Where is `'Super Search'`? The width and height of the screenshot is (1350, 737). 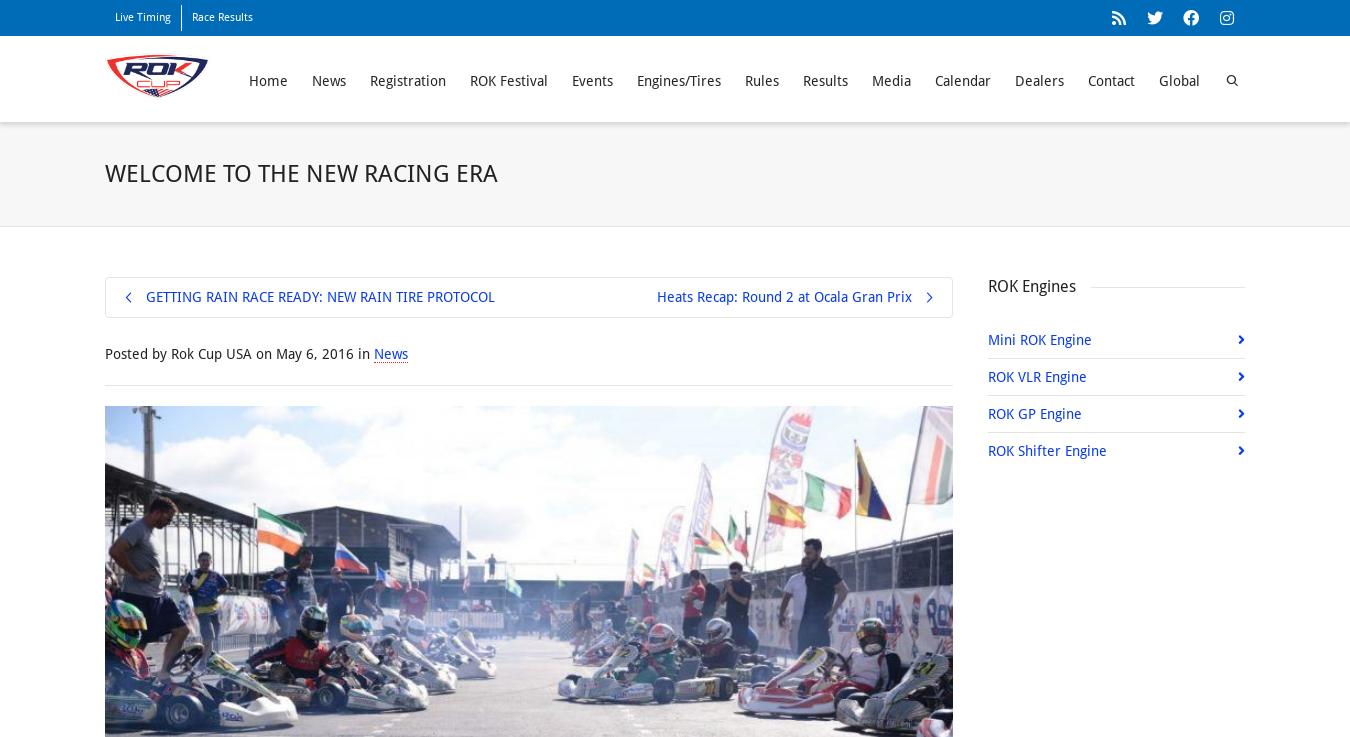 'Super Search' is located at coordinates (1133, 54).